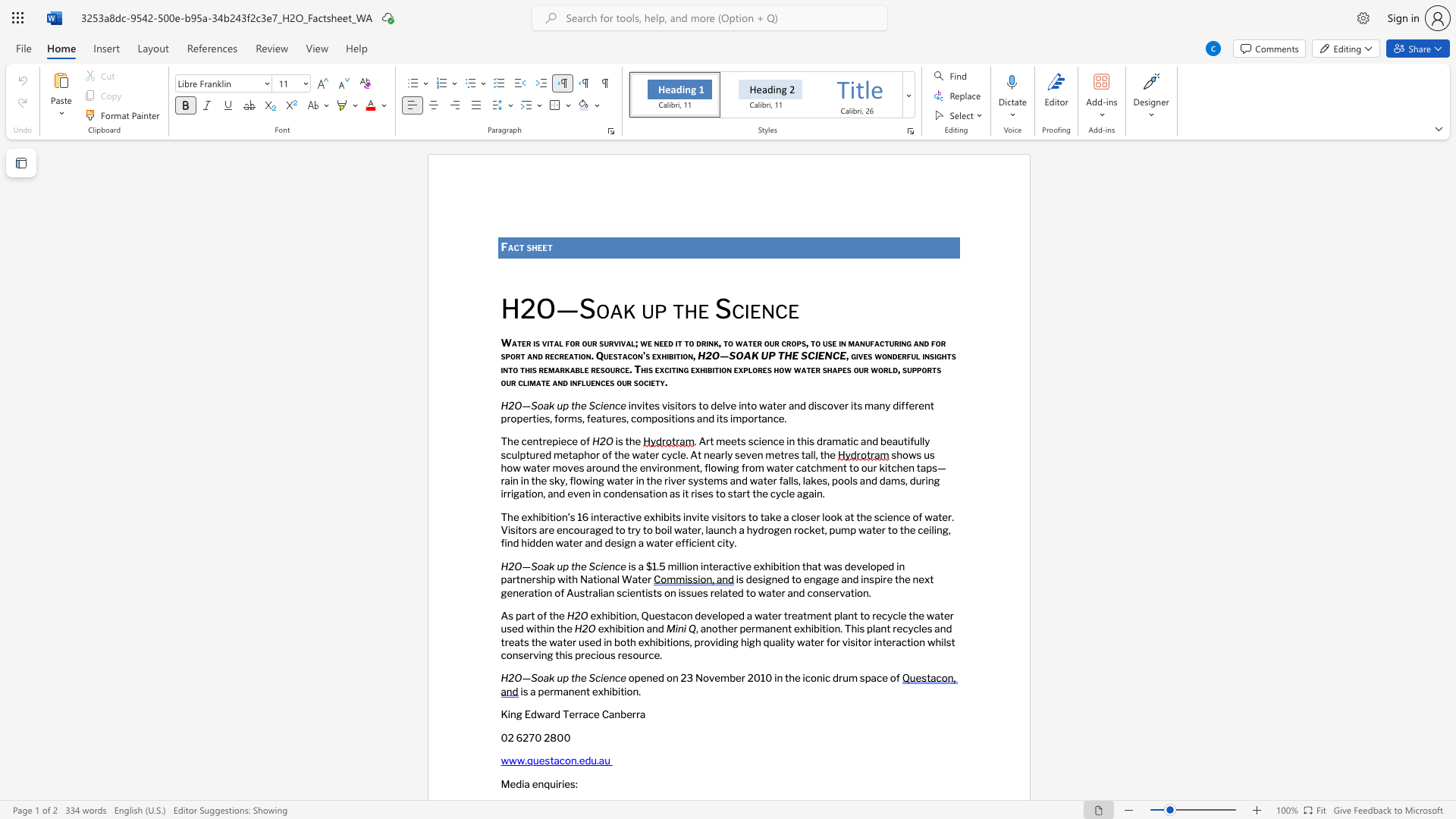 This screenshot has height=819, width=1456. I want to click on the subset text "on explores how water shapes our w" within the text ", gives wonderful insights into this remarkable resource. This exciting exhibition explores how water shapes our world, supports our", so click(720, 369).